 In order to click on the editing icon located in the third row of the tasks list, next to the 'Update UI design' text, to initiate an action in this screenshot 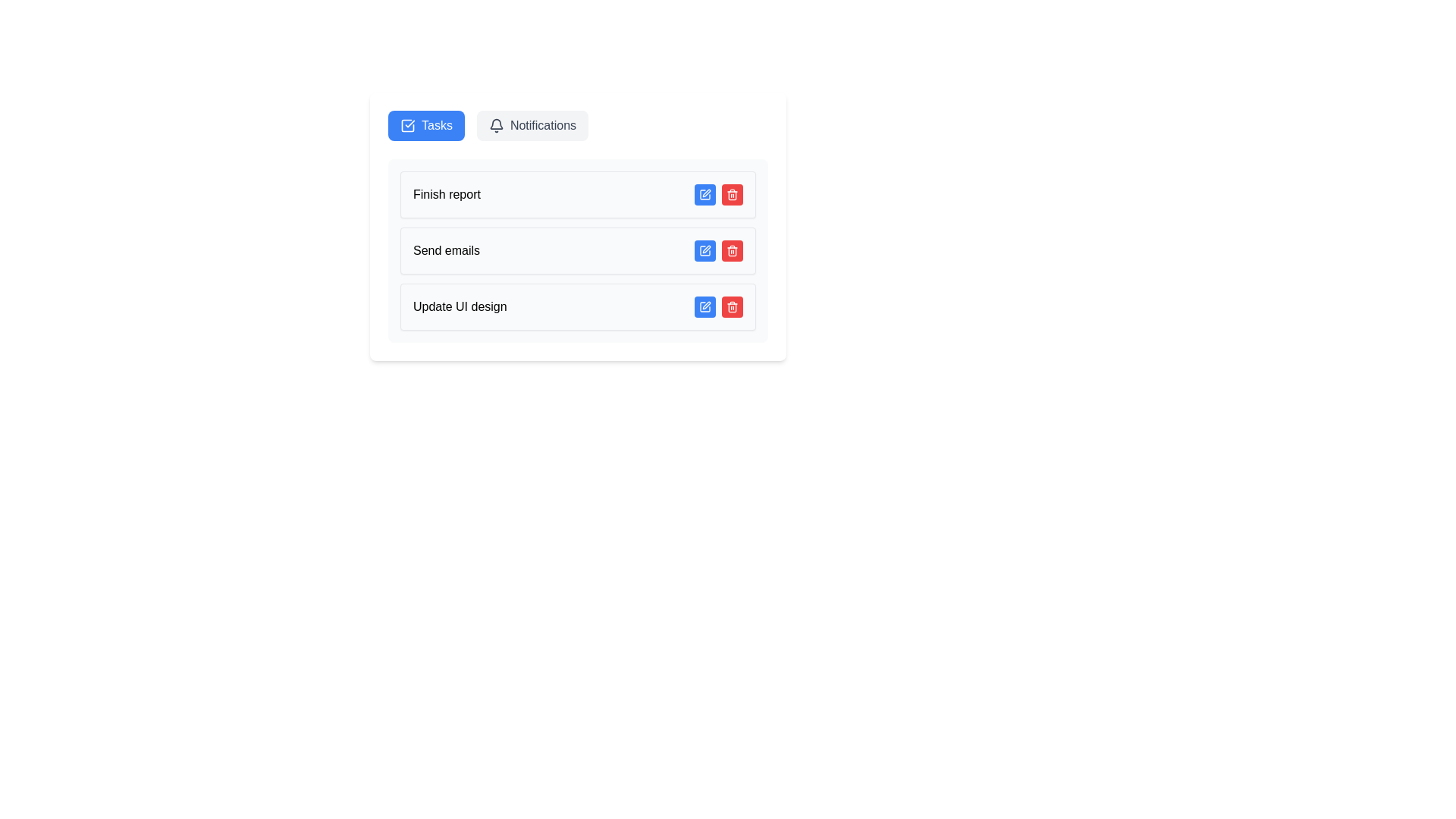, I will do `click(705, 305)`.